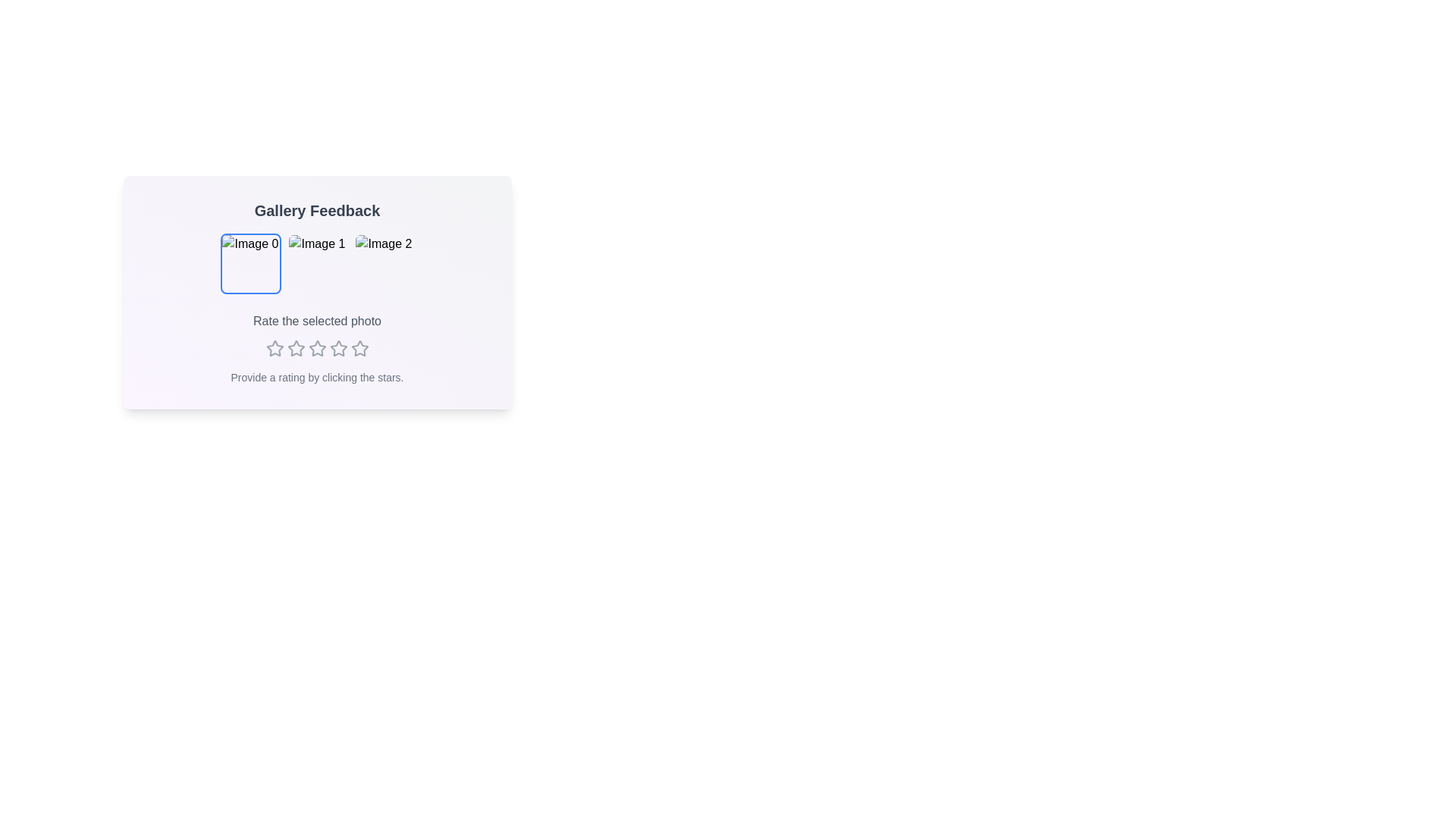 The image size is (1456, 819). Describe the element at coordinates (316, 348) in the screenshot. I see `the third star in the rating component` at that location.